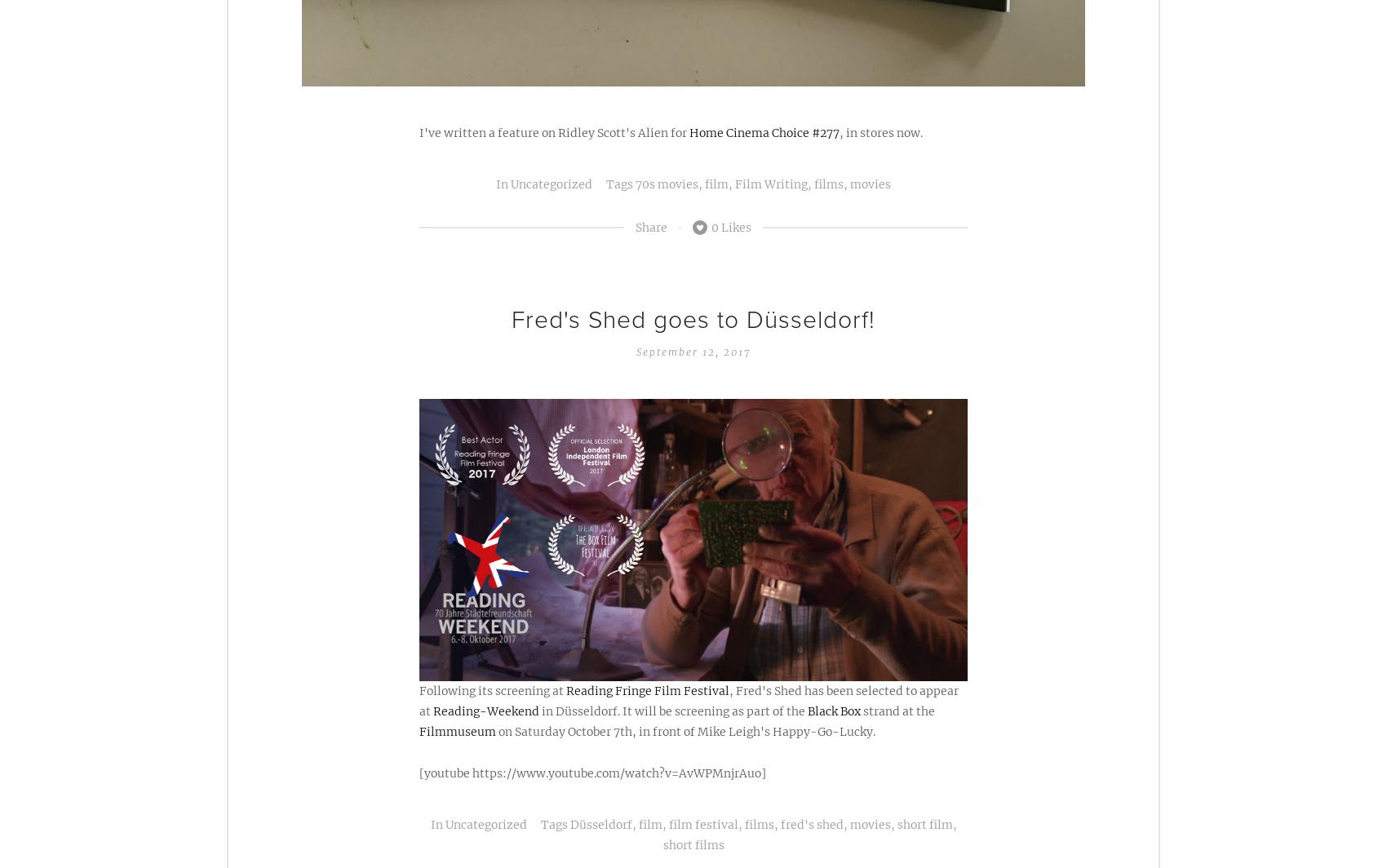  Describe the element at coordinates (860, 710) in the screenshot. I see `'strand at the'` at that location.